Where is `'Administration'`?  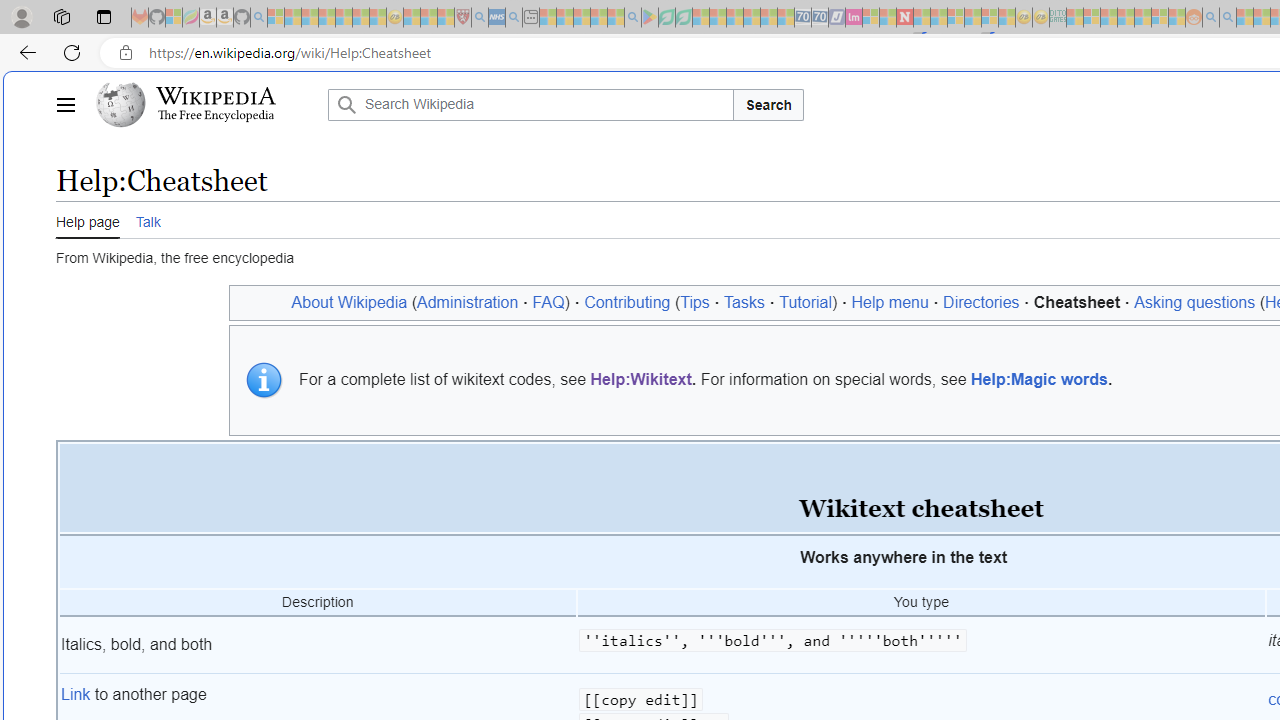 'Administration' is located at coordinates (466, 302).